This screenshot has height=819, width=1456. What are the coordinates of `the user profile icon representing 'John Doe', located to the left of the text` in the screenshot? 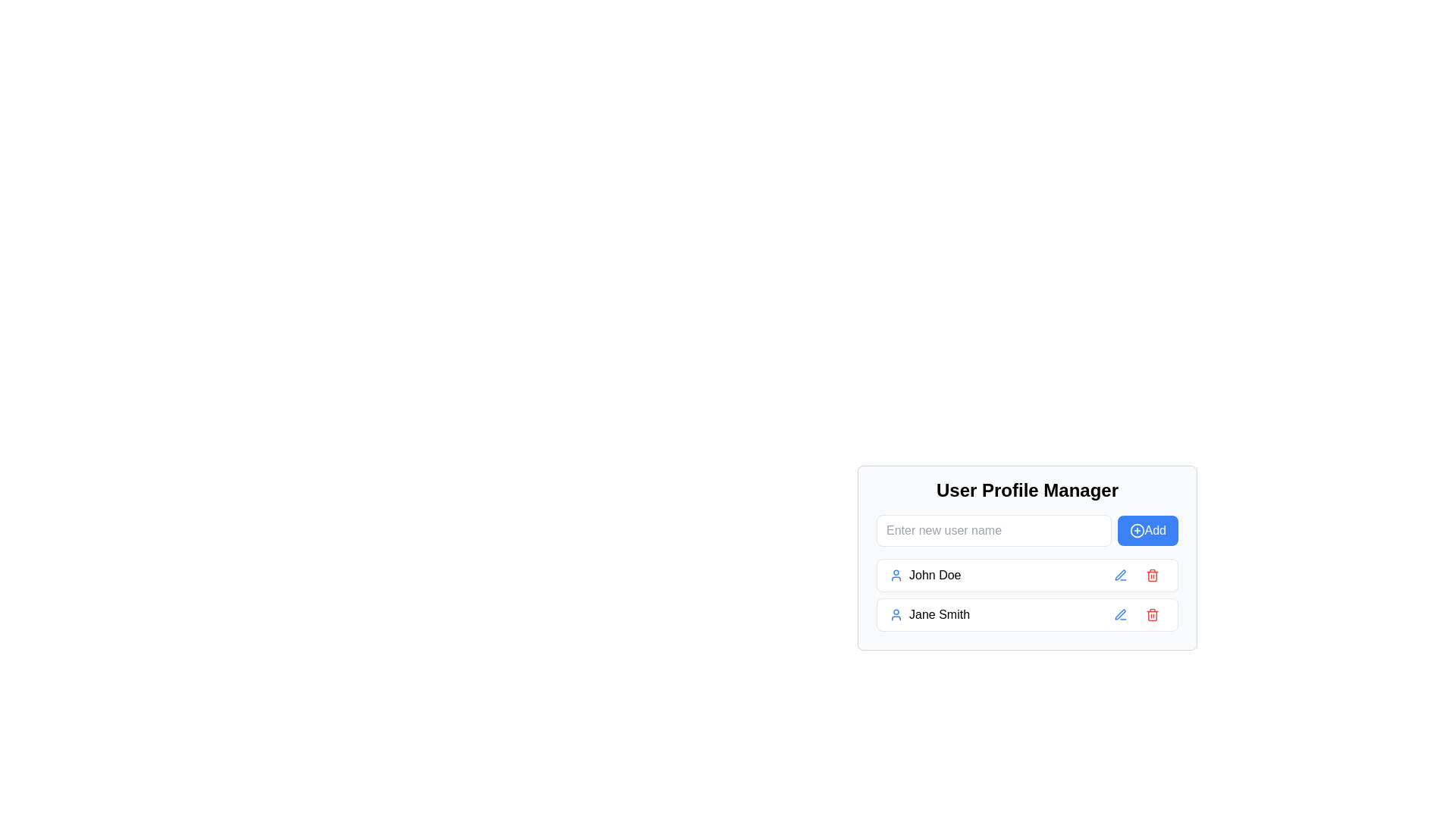 It's located at (896, 576).